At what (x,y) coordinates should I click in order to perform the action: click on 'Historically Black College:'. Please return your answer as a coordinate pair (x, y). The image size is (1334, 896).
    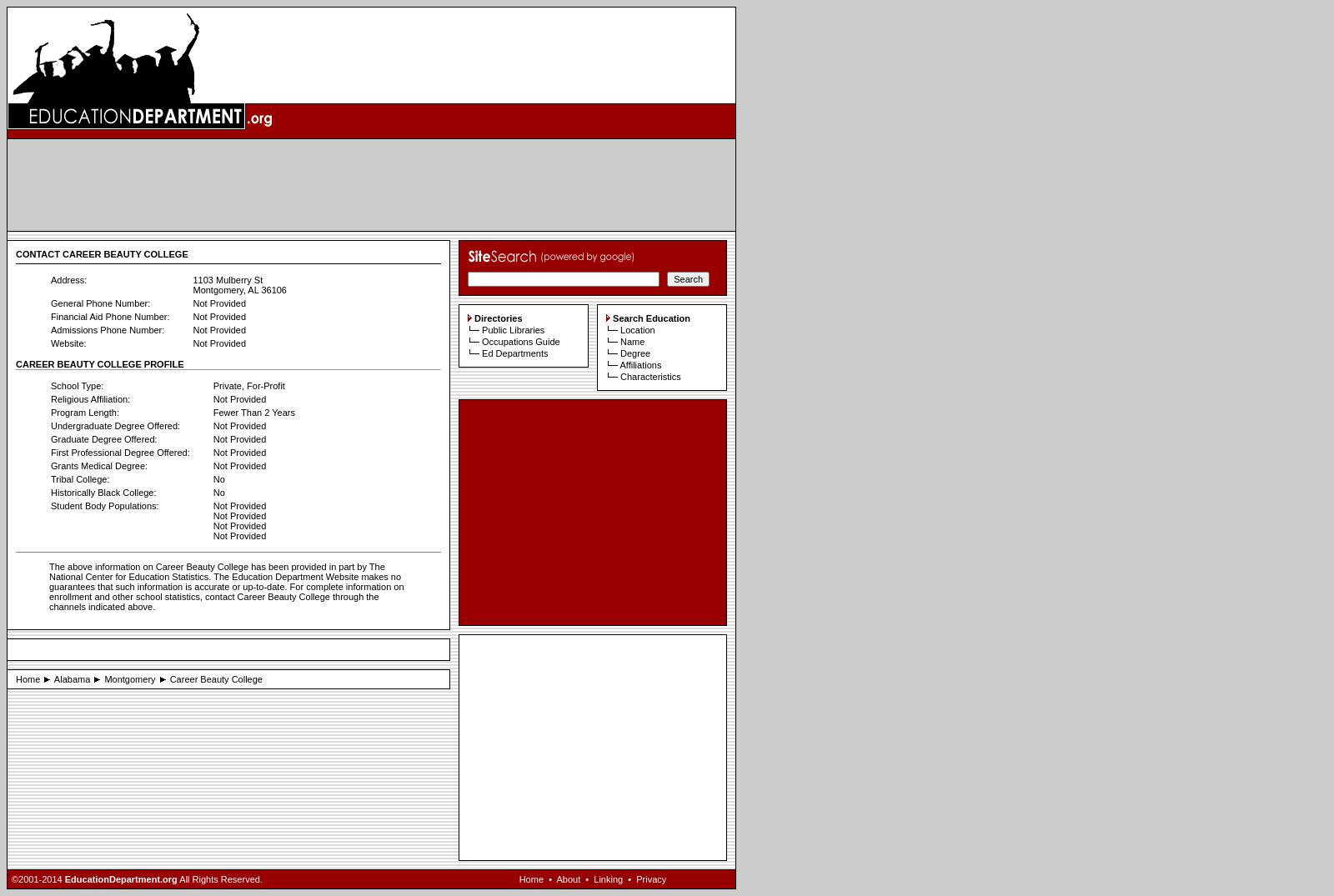
    Looking at the image, I should click on (49, 492).